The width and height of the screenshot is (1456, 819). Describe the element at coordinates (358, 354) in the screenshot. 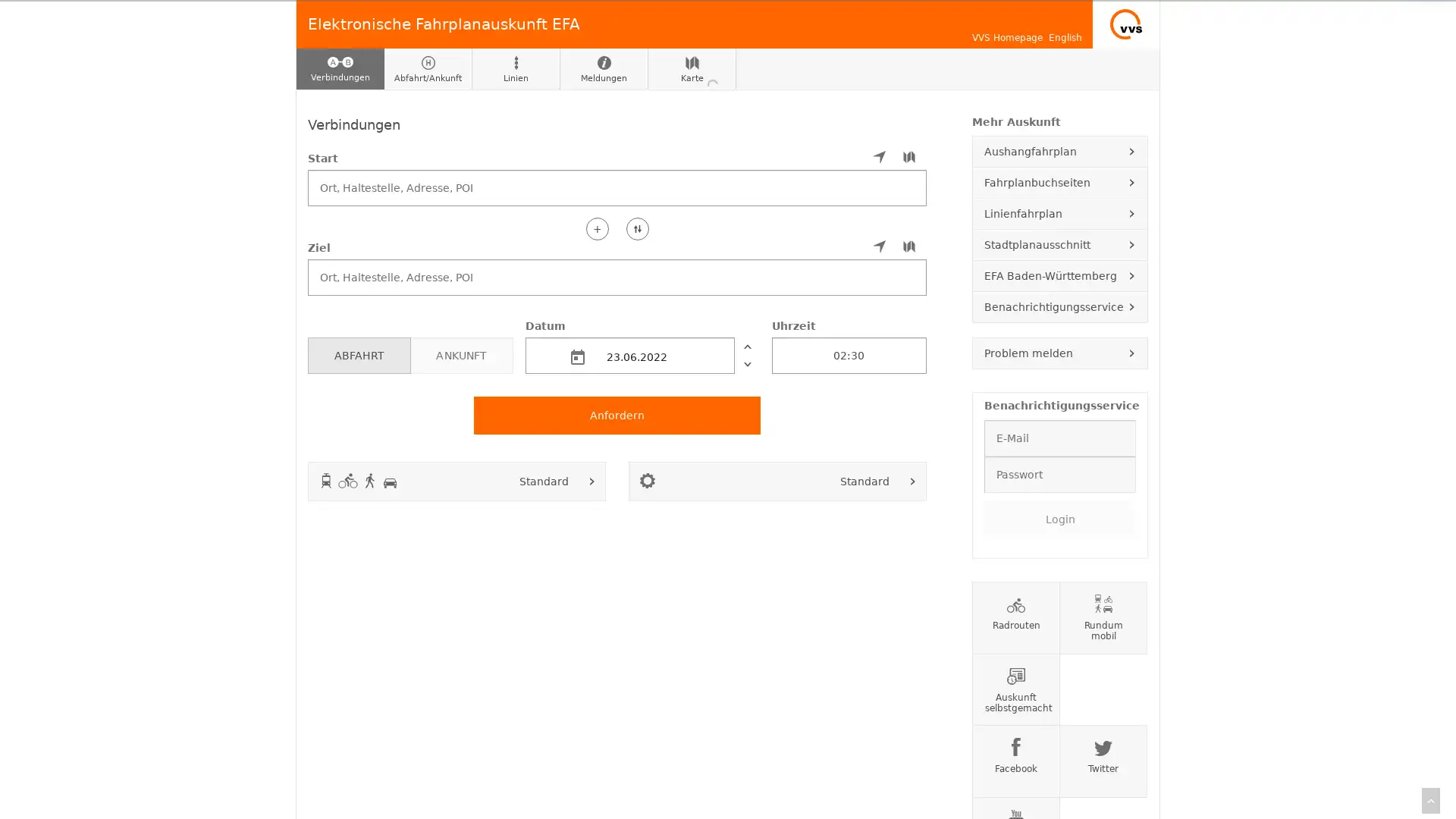

I see `ABFAHRT` at that location.